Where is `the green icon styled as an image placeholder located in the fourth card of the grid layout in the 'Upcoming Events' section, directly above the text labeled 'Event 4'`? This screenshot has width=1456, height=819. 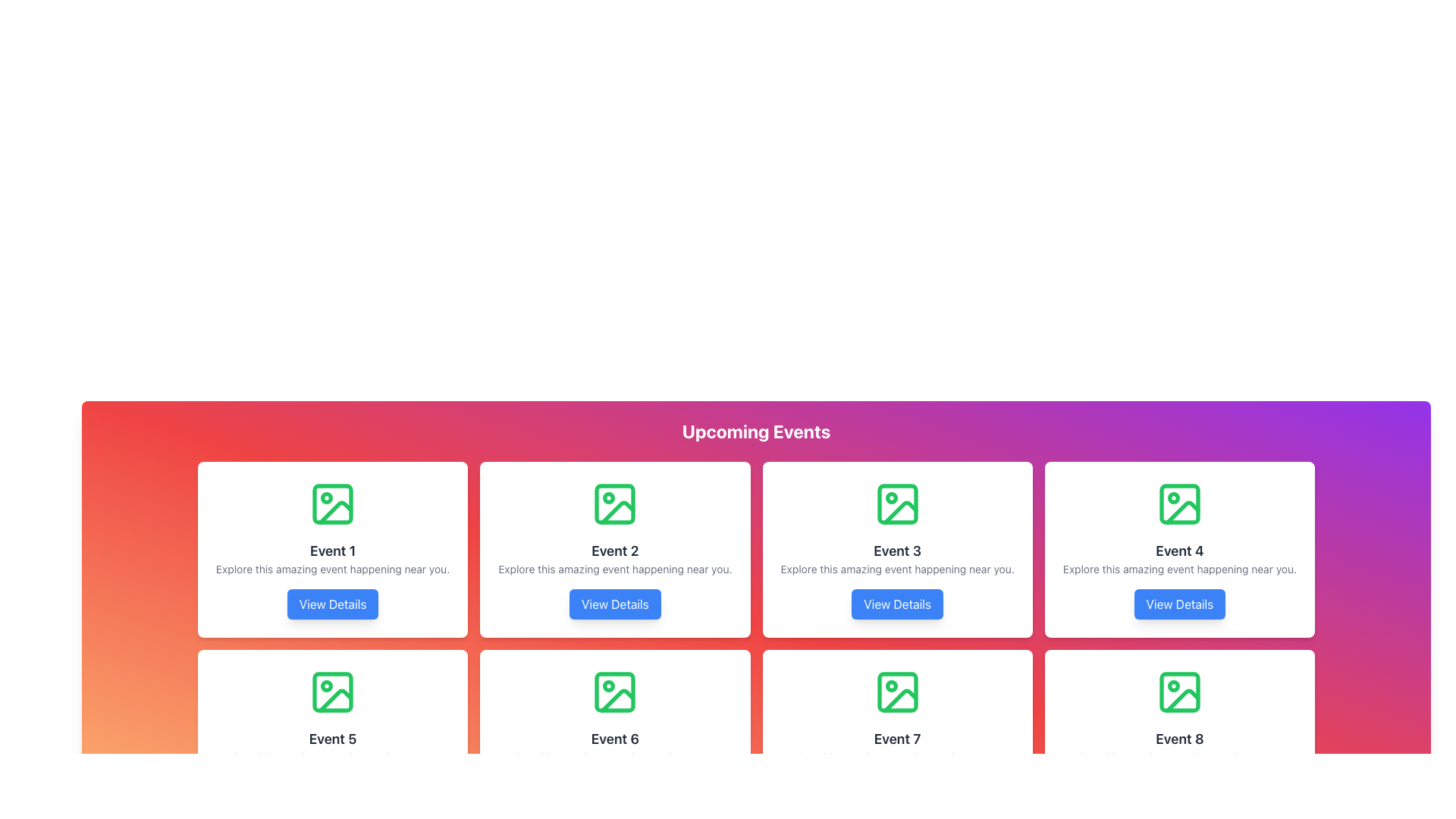
the green icon styled as an image placeholder located in the fourth card of the grid layout in the 'Upcoming Events' section, directly above the text labeled 'Event 4' is located at coordinates (1178, 504).